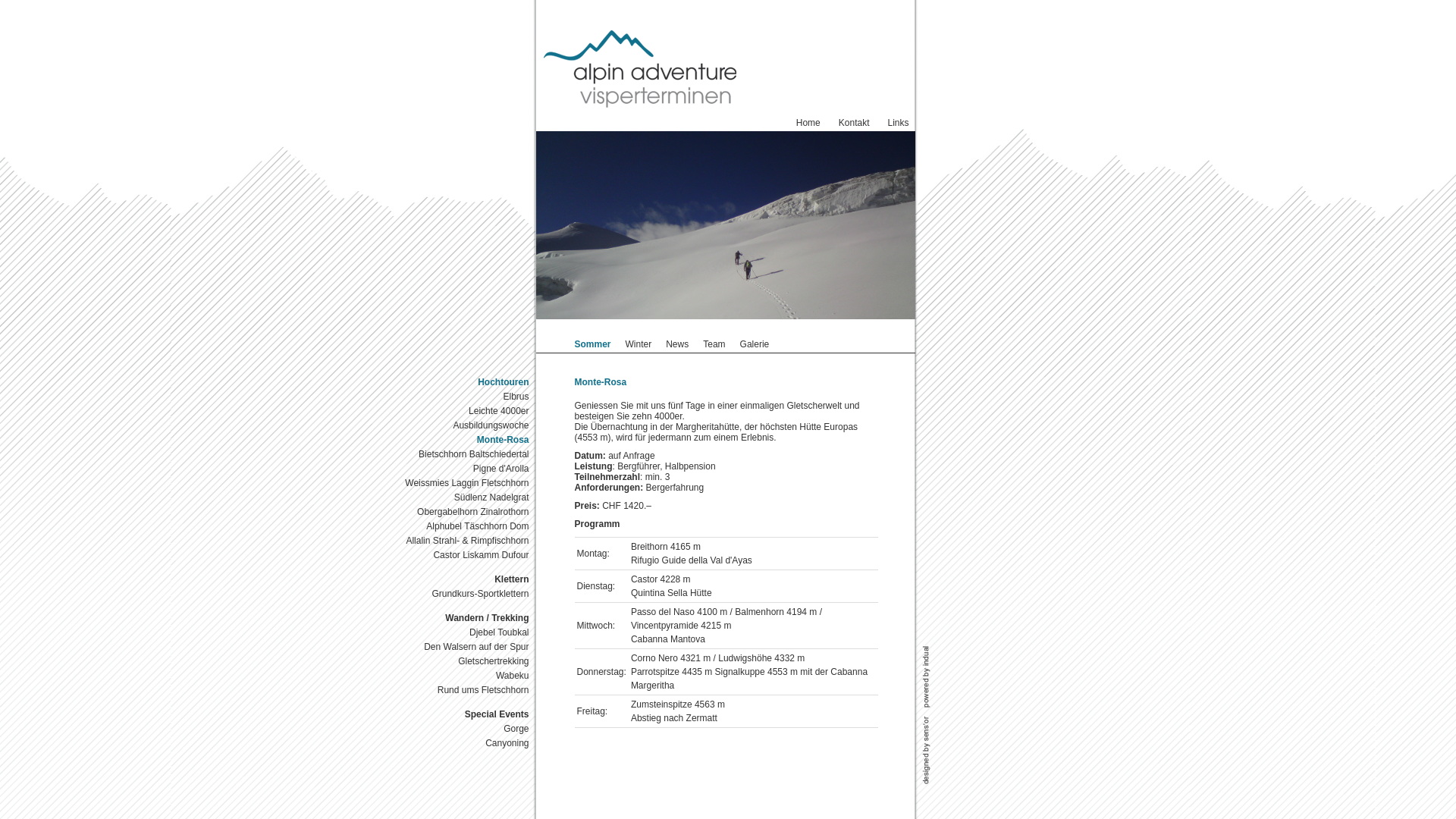 This screenshot has height=819, width=1456. What do you see at coordinates (462, 728) in the screenshot?
I see `'Gorge'` at bounding box center [462, 728].